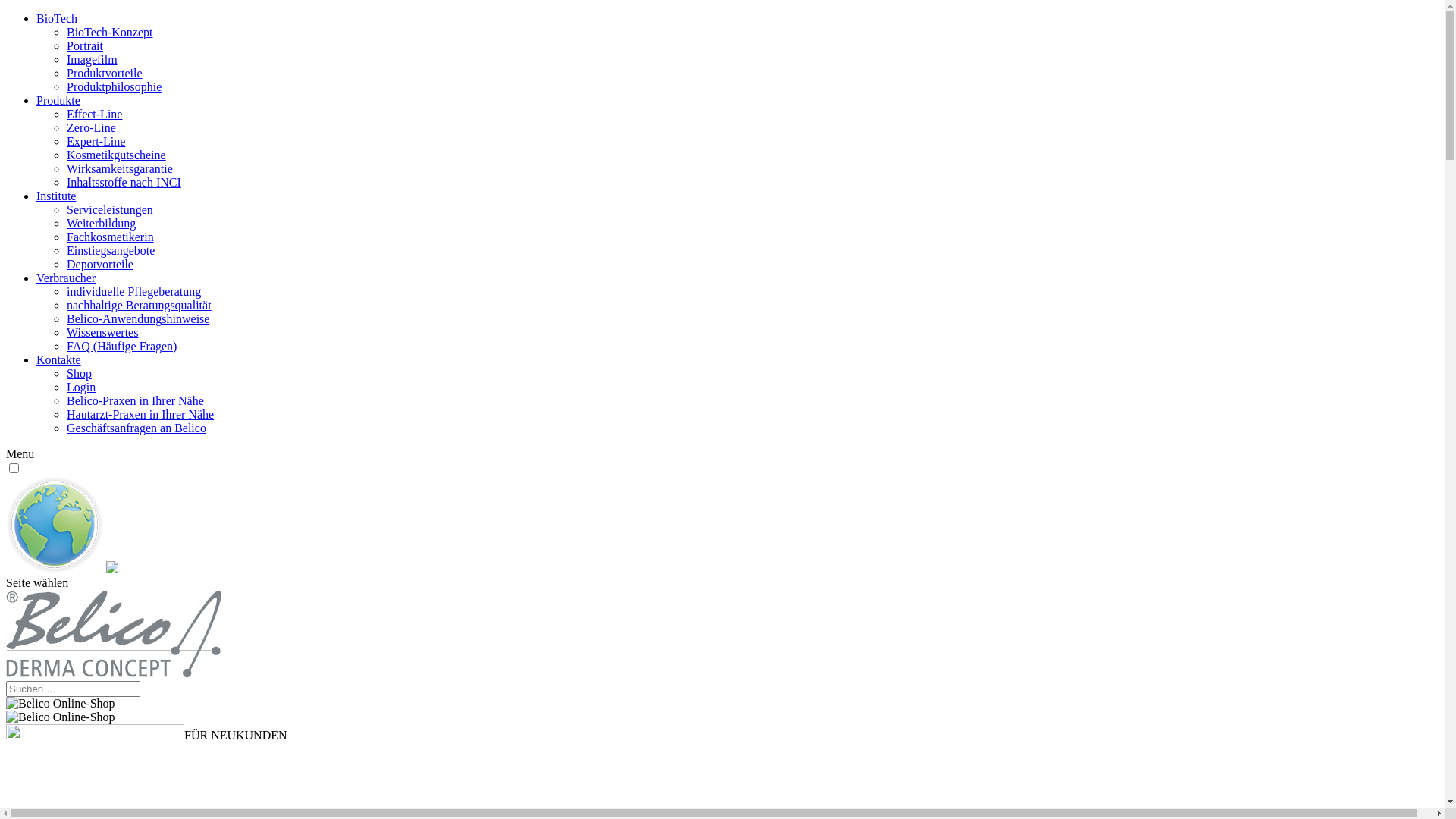 This screenshot has height=819, width=1456. Describe the element at coordinates (58, 359) in the screenshot. I see `'Kontakte'` at that location.